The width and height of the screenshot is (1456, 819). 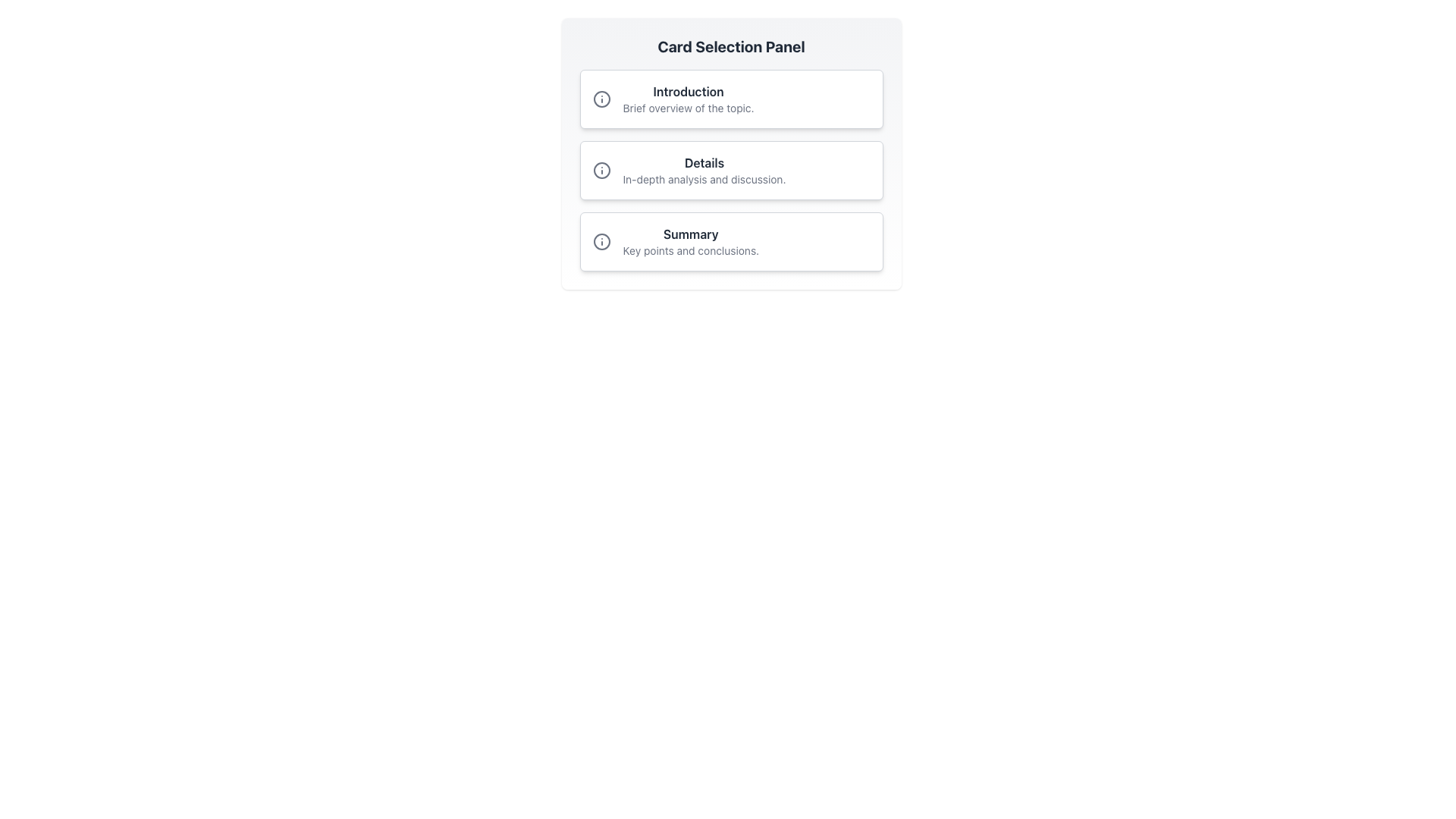 What do you see at coordinates (601, 170) in the screenshot?
I see `the Informational Icon located on the left side of the text content within the 'Details' card in the Card Selection Panel` at bounding box center [601, 170].